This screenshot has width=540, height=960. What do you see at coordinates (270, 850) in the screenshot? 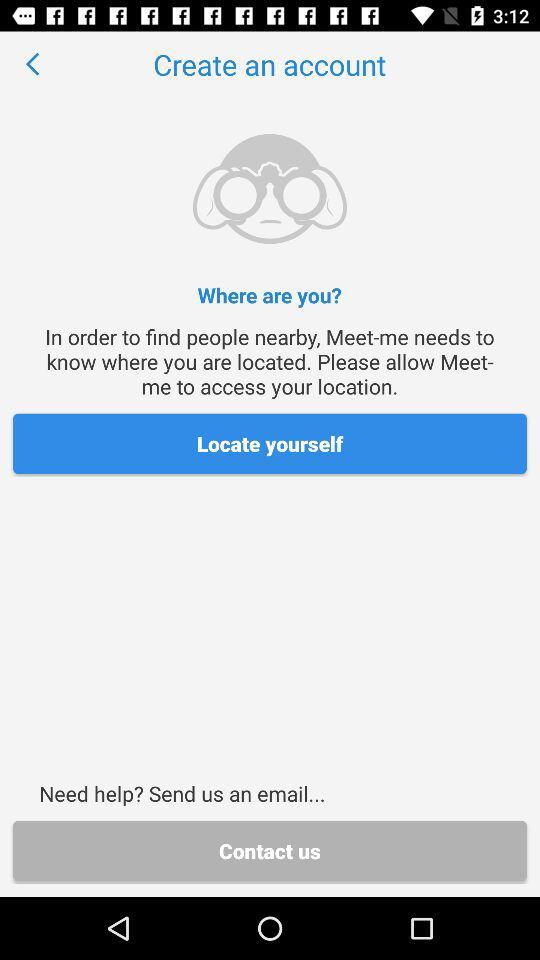
I see `the icon below the need help send icon` at bounding box center [270, 850].